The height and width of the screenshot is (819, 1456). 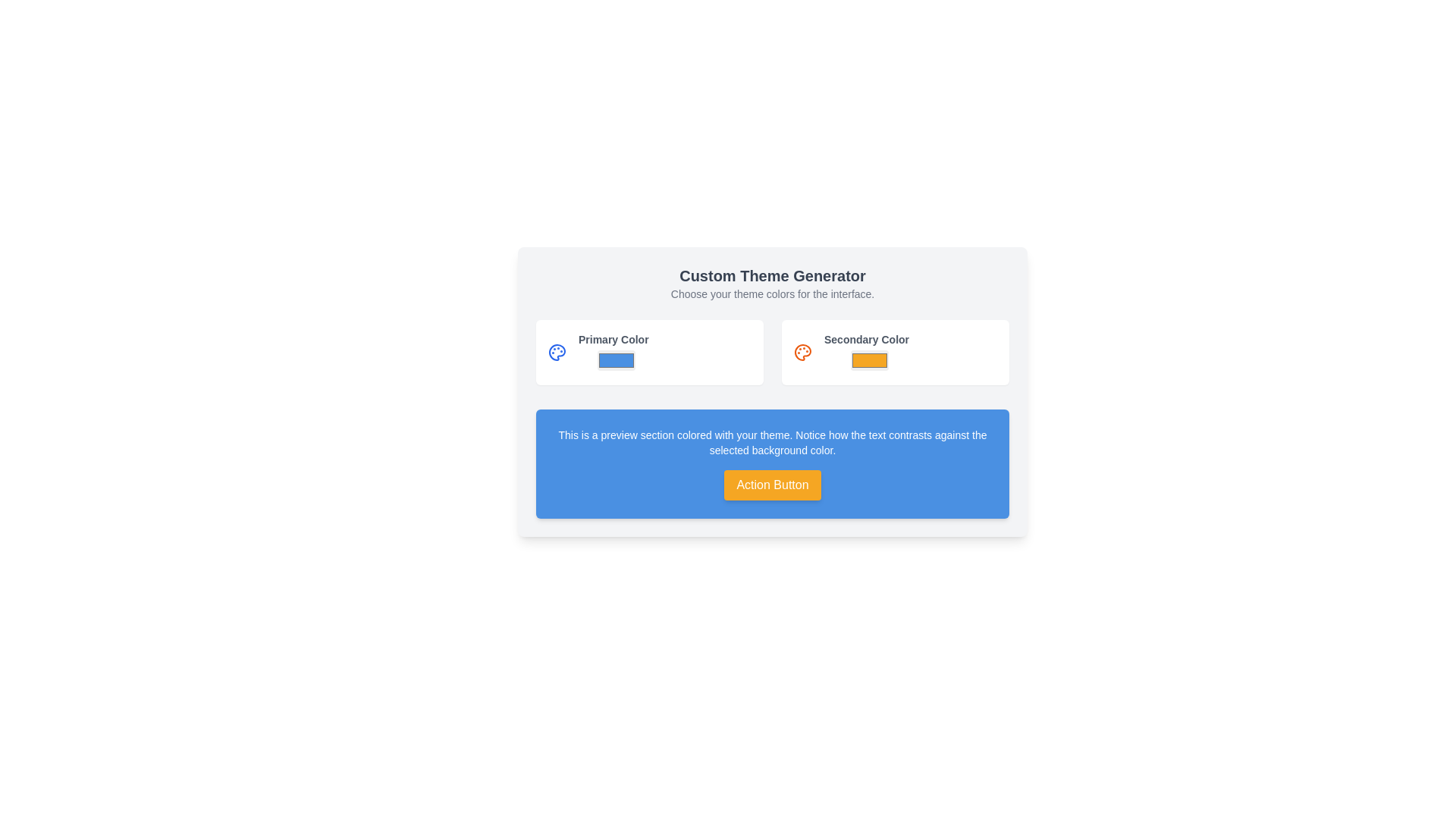 I want to click on the vibrant orange-colored palette icon situated inside the white card labeled 'Secondary Color', positioned at the top-center of the interface, adjacent to the color picker, so click(x=802, y=353).